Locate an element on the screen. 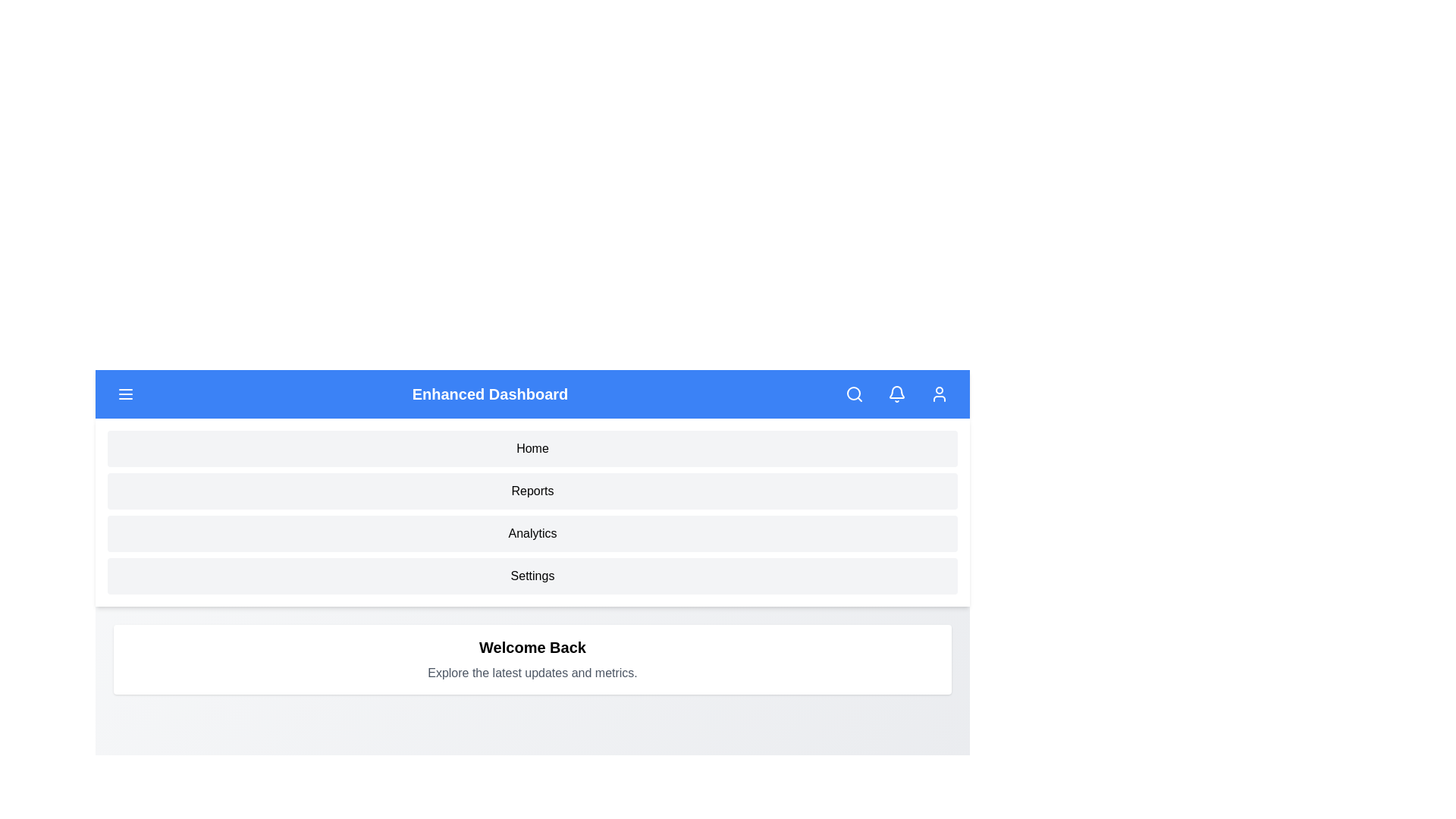  the menu item Reports to navigate to its section is located at coordinates (532, 491).